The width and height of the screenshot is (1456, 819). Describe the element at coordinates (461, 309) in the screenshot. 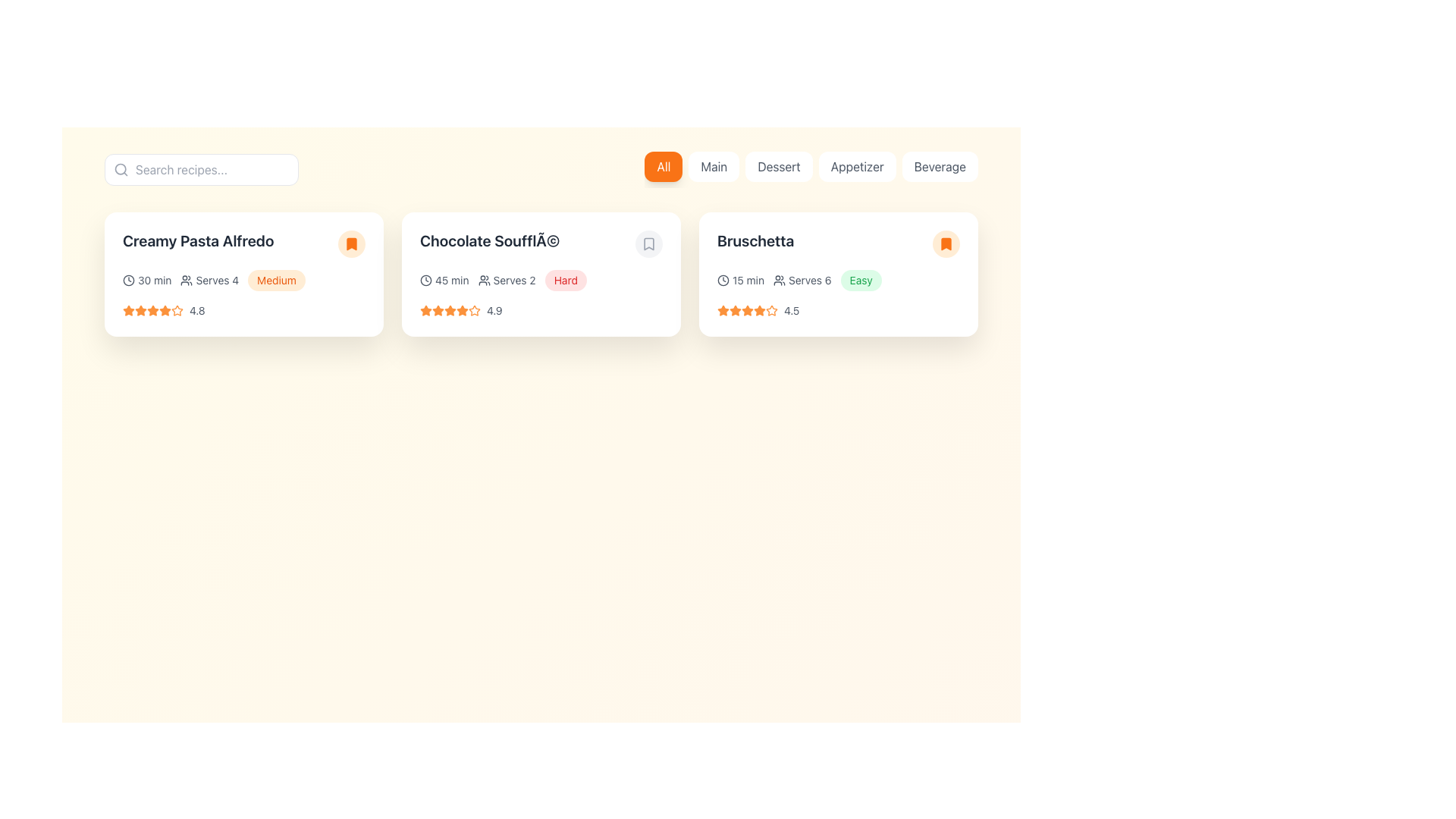

I see `the sixth star icon in the user rating system for the recipe 'Chocolate Soufflé'` at that location.